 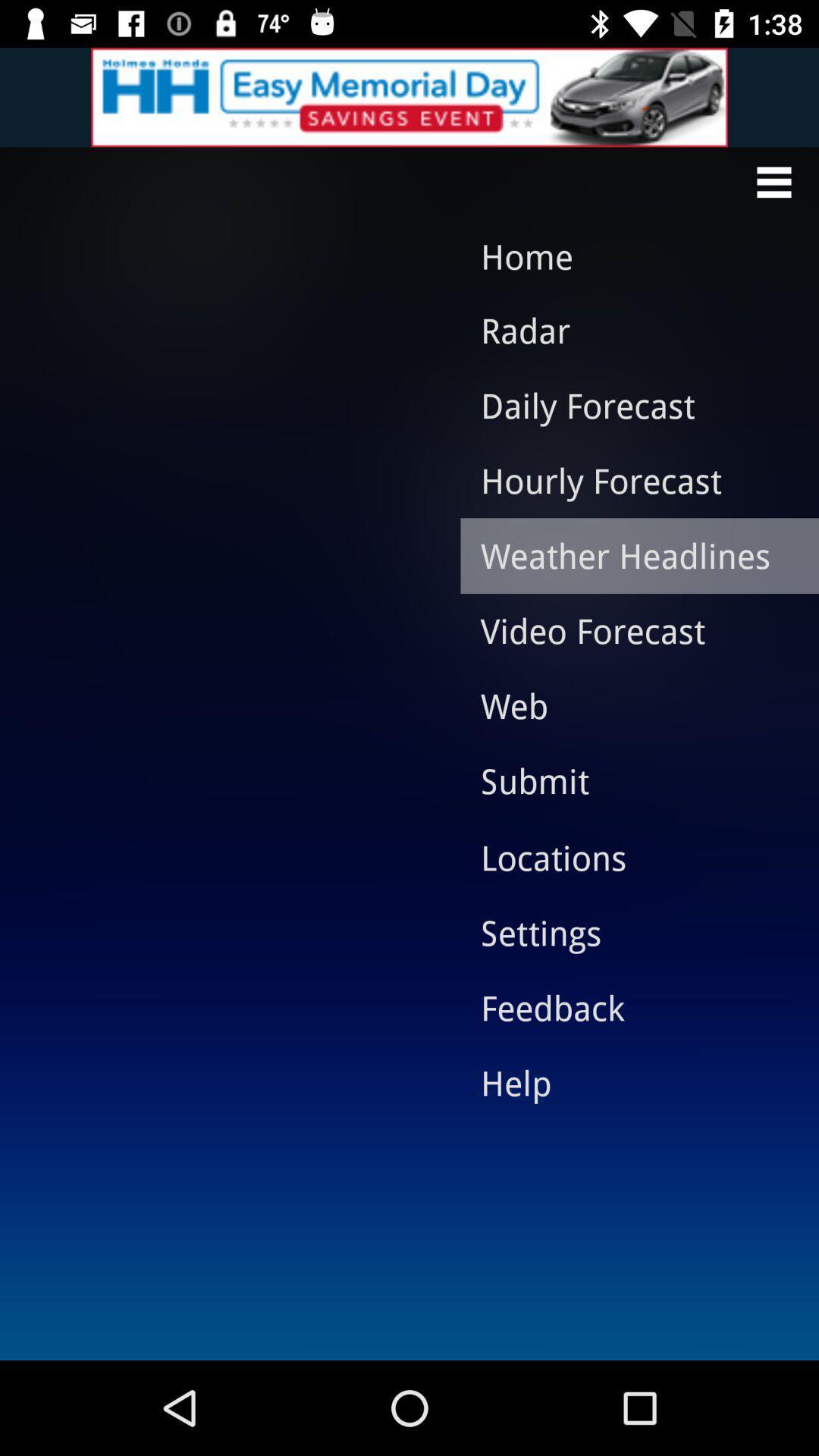 What do you see at coordinates (628, 704) in the screenshot?
I see `the item above submit` at bounding box center [628, 704].